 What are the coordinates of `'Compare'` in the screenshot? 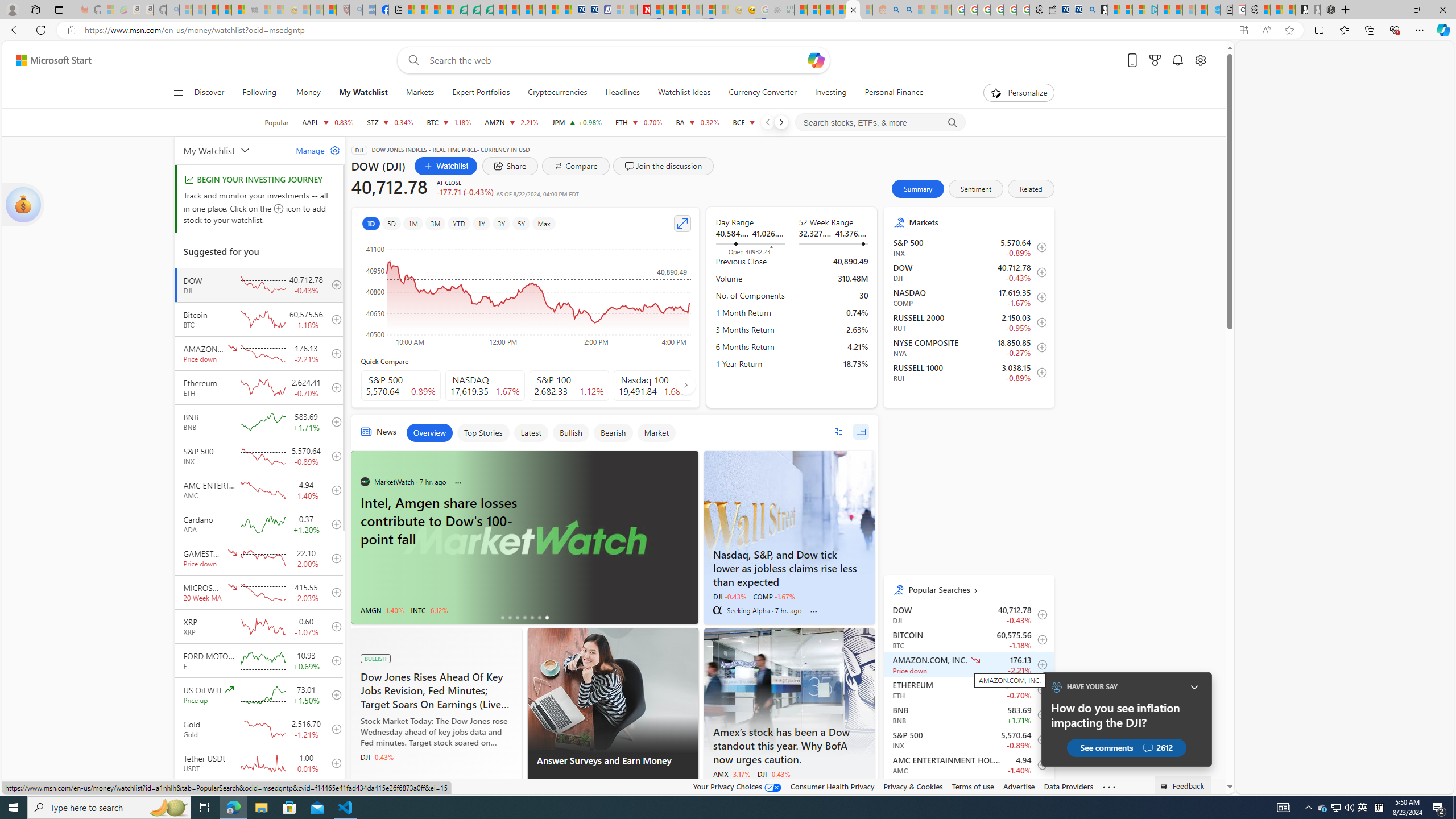 It's located at (575, 166).